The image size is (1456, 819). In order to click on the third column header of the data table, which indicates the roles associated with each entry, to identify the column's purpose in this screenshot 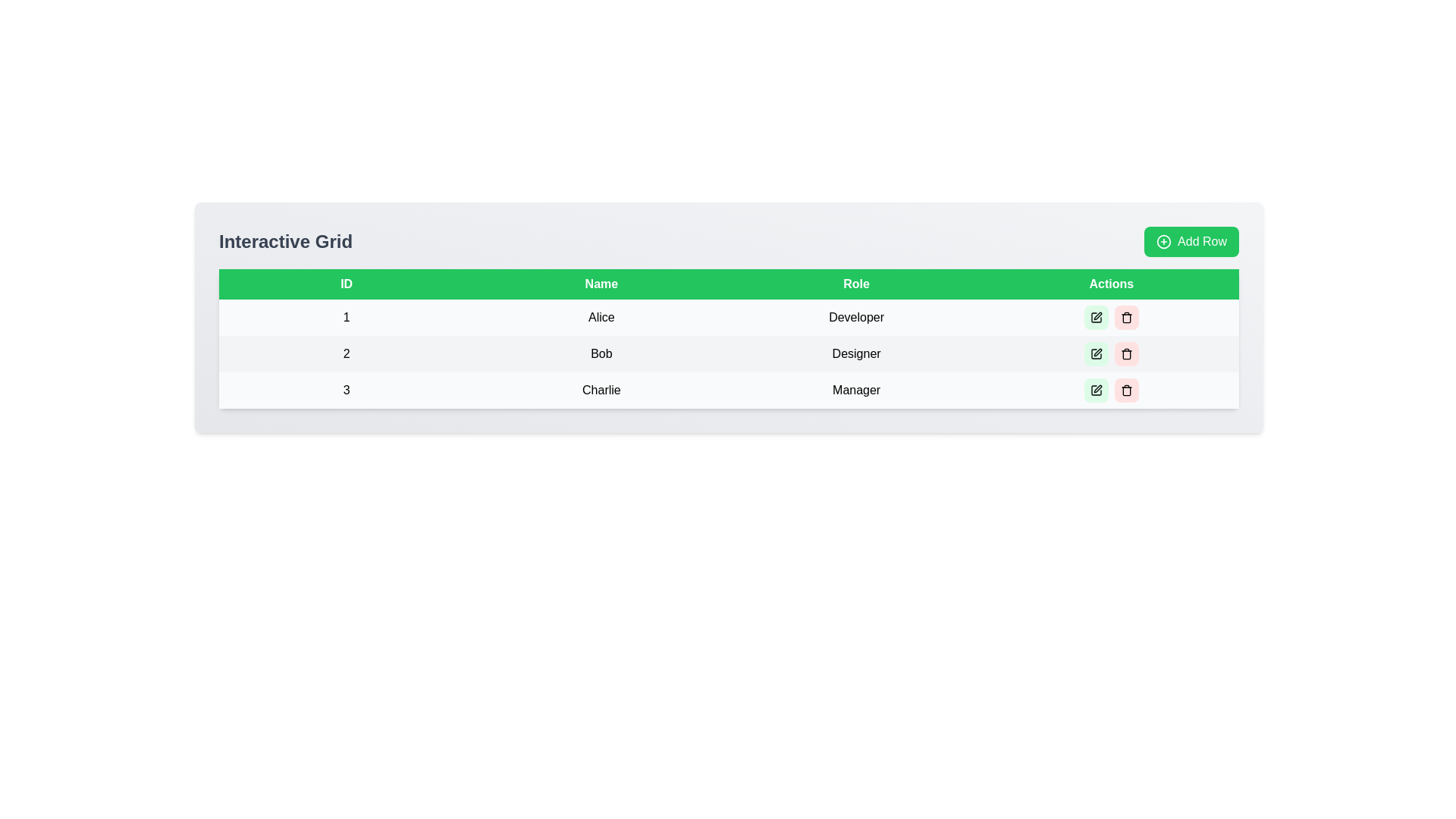, I will do `click(855, 284)`.